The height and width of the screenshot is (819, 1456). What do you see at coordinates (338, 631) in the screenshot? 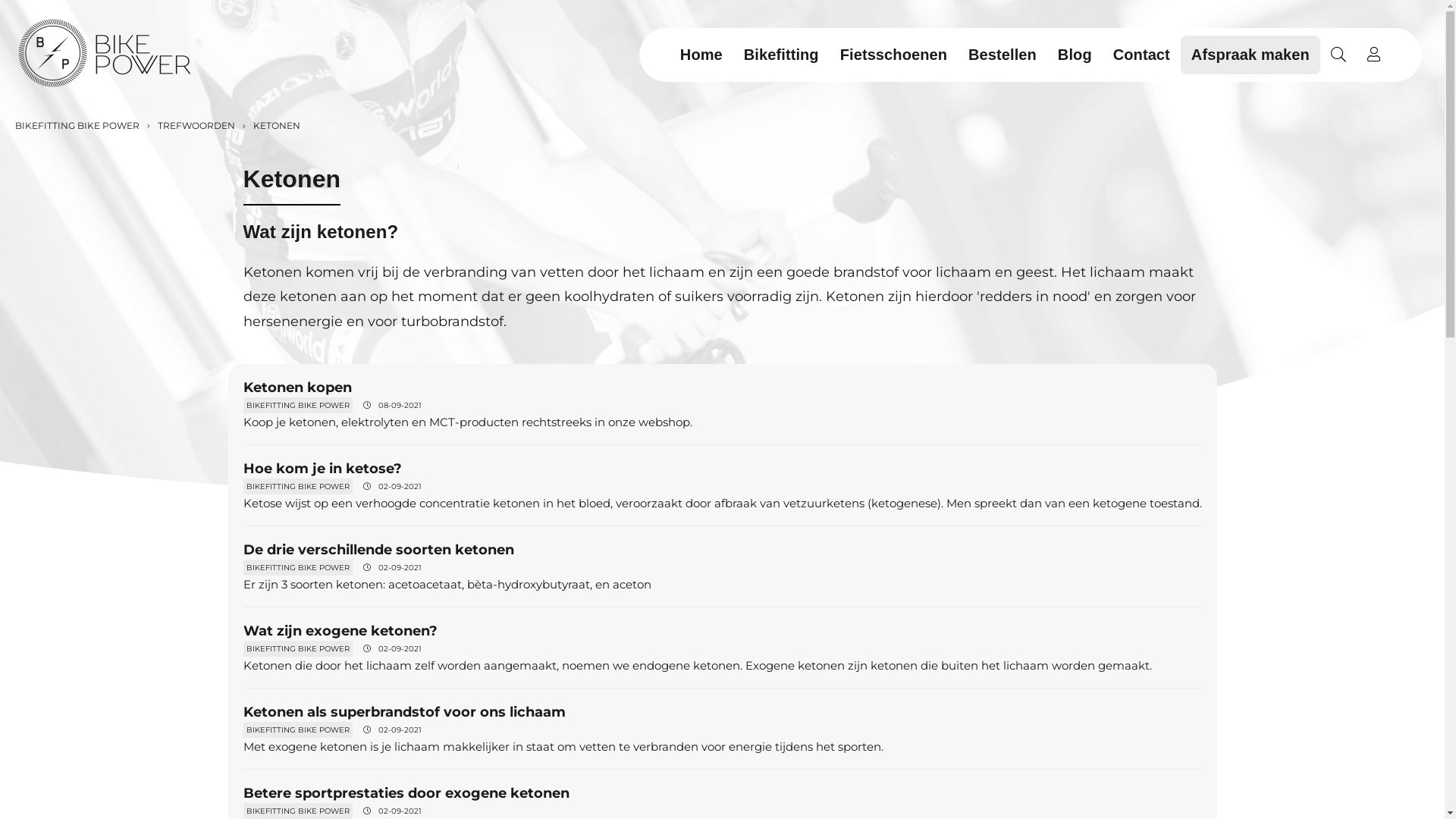
I see `'Wat zijn exogene ketonen?'` at bounding box center [338, 631].